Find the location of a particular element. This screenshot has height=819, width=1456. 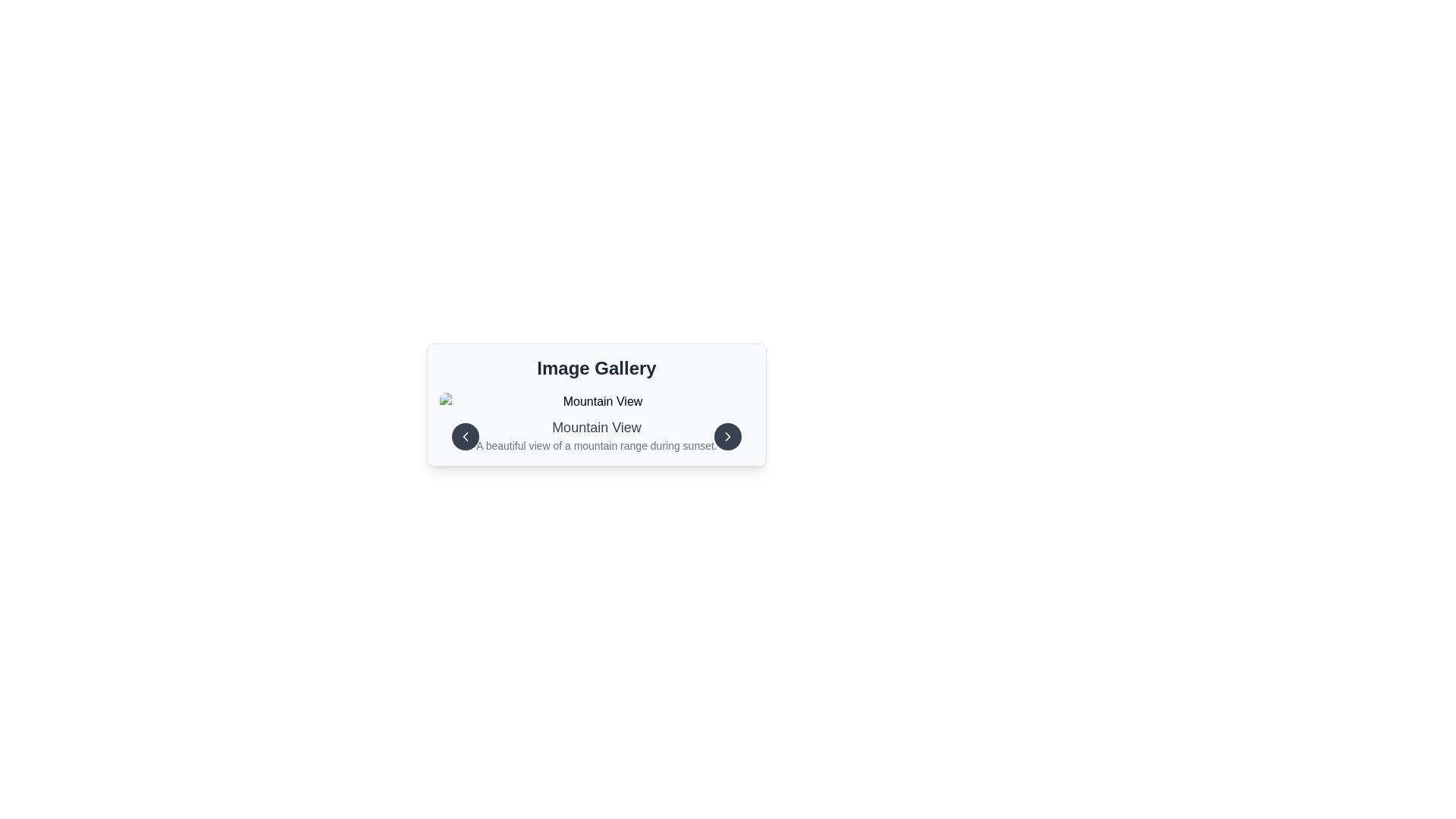

the rightmost circular button with a dark gray background and a white right-pointing chevron symbol is located at coordinates (728, 436).